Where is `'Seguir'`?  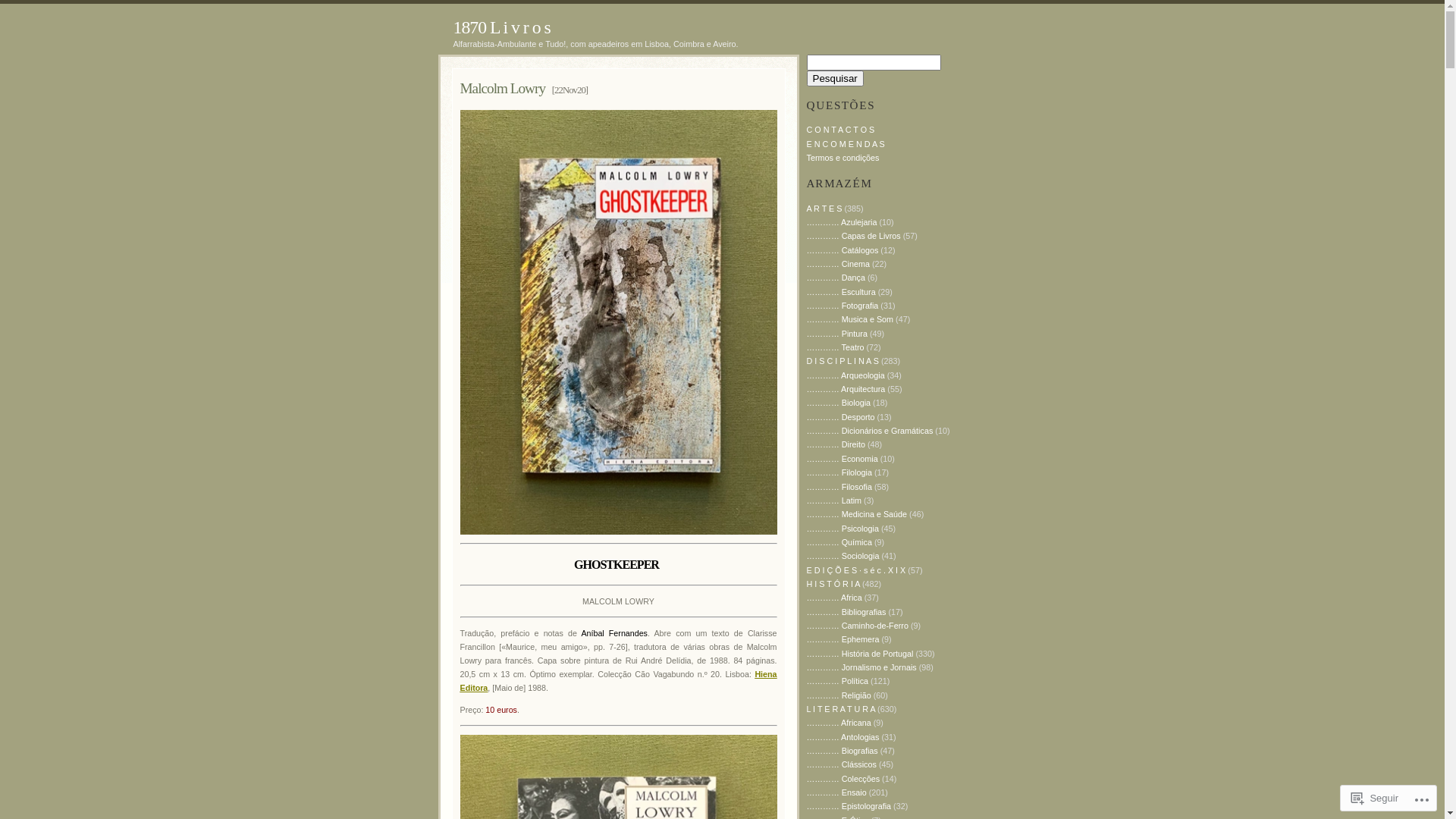 'Seguir' is located at coordinates (1375, 797).